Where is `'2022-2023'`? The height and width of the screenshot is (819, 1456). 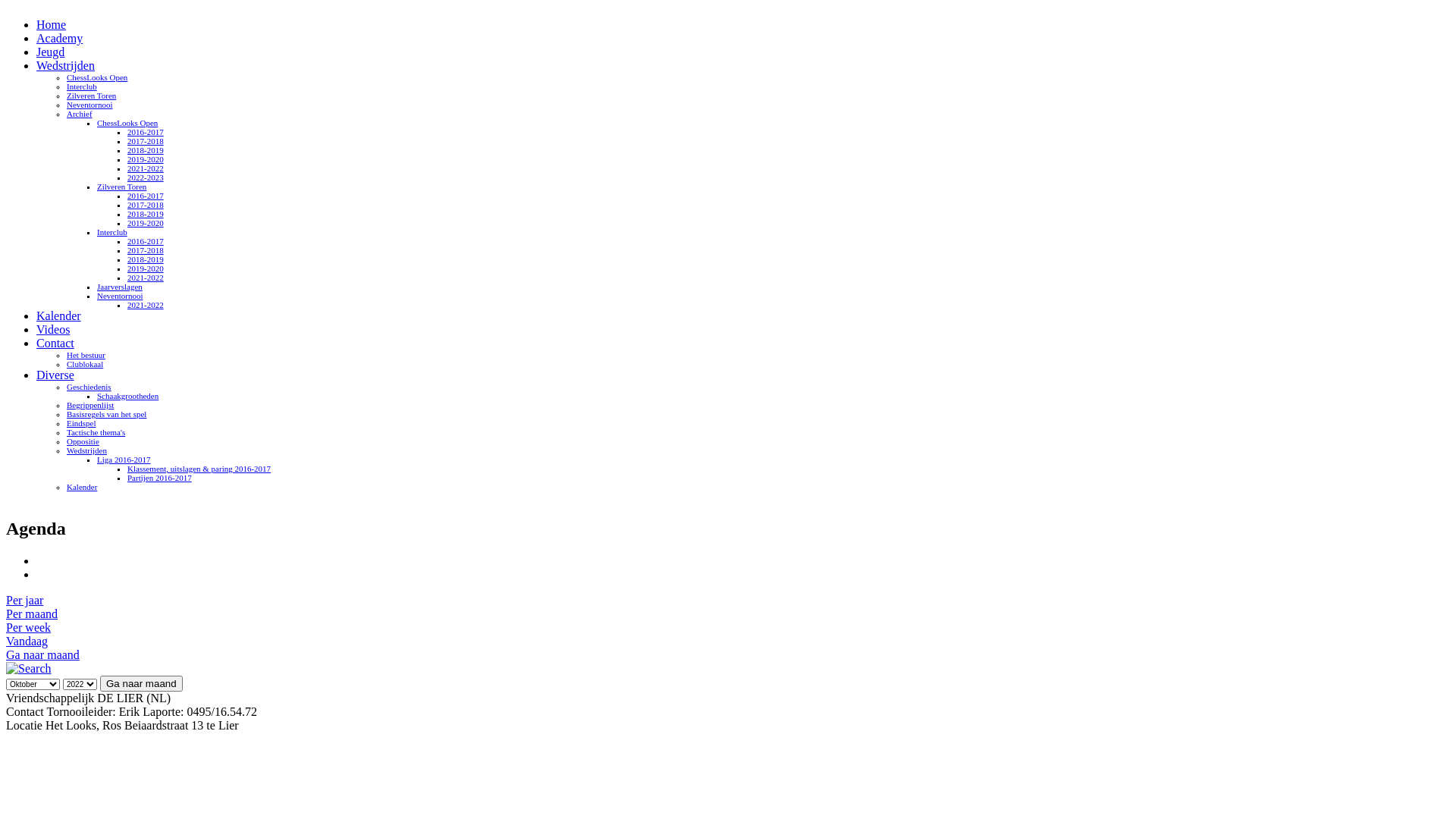 '2022-2023' is located at coordinates (146, 177).